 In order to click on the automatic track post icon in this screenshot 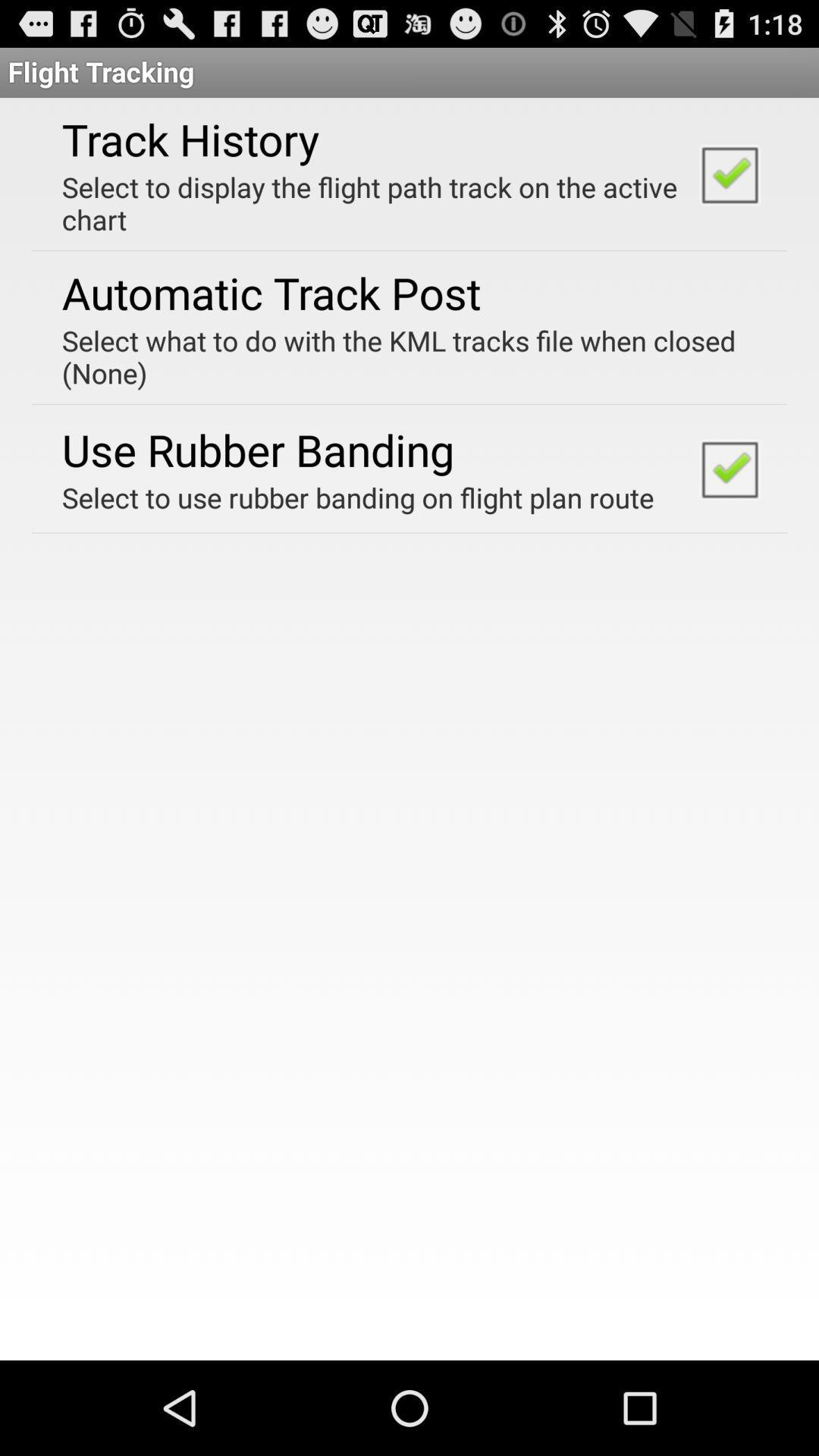, I will do `click(271, 292)`.